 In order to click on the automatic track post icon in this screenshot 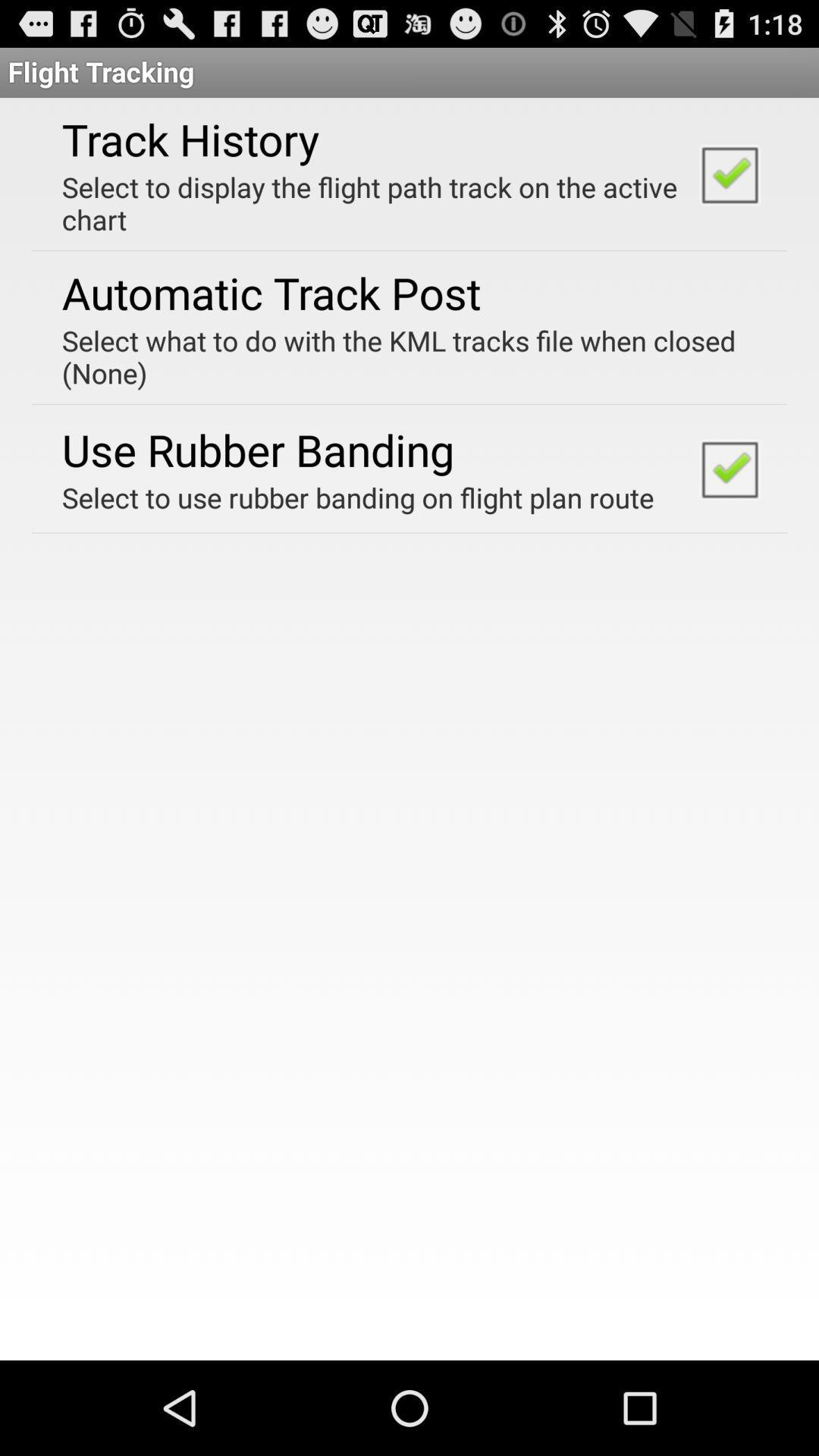, I will do `click(271, 292)`.